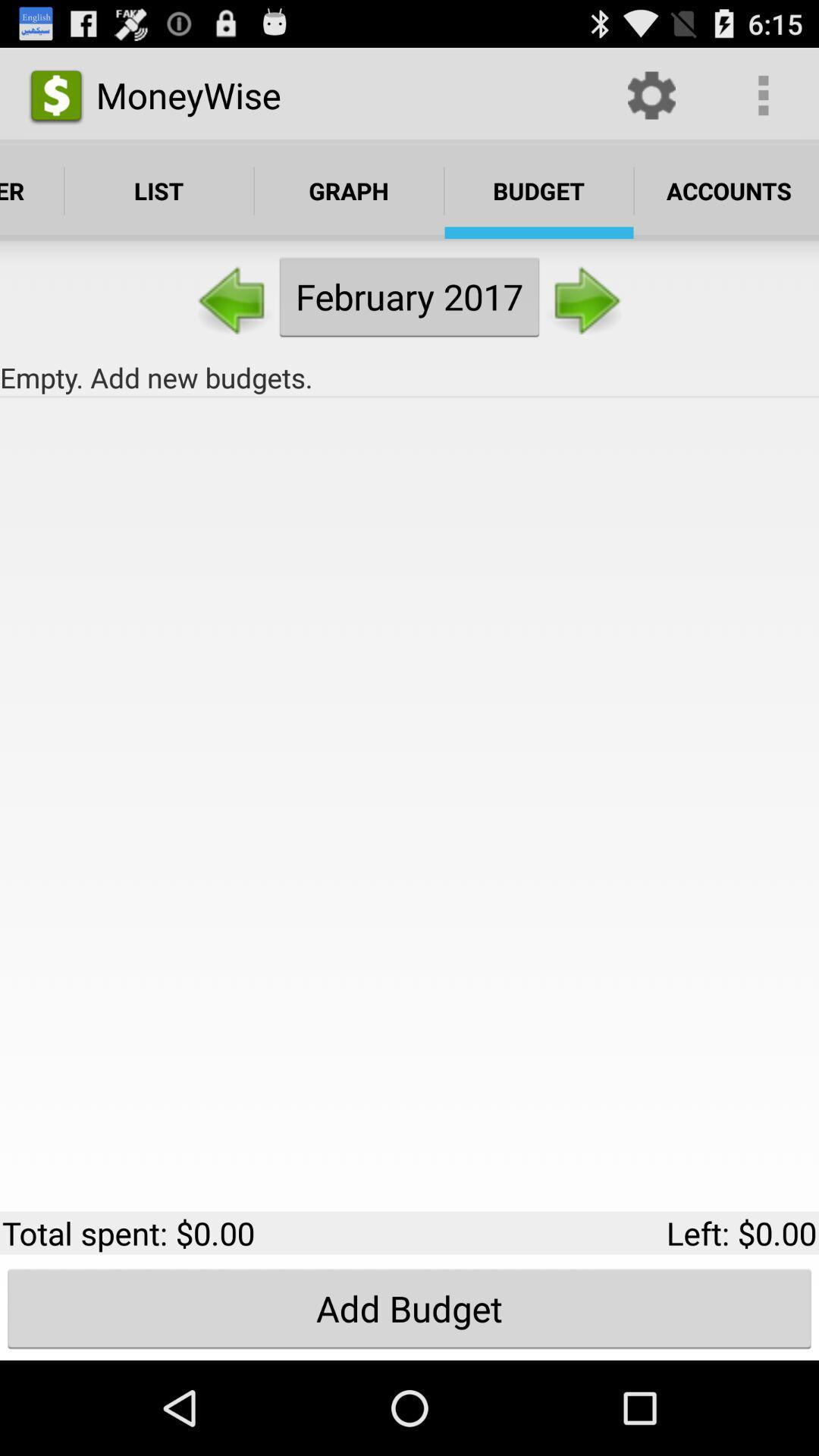 The image size is (819, 1456). Describe the element at coordinates (409, 1307) in the screenshot. I see `add budget button` at that location.